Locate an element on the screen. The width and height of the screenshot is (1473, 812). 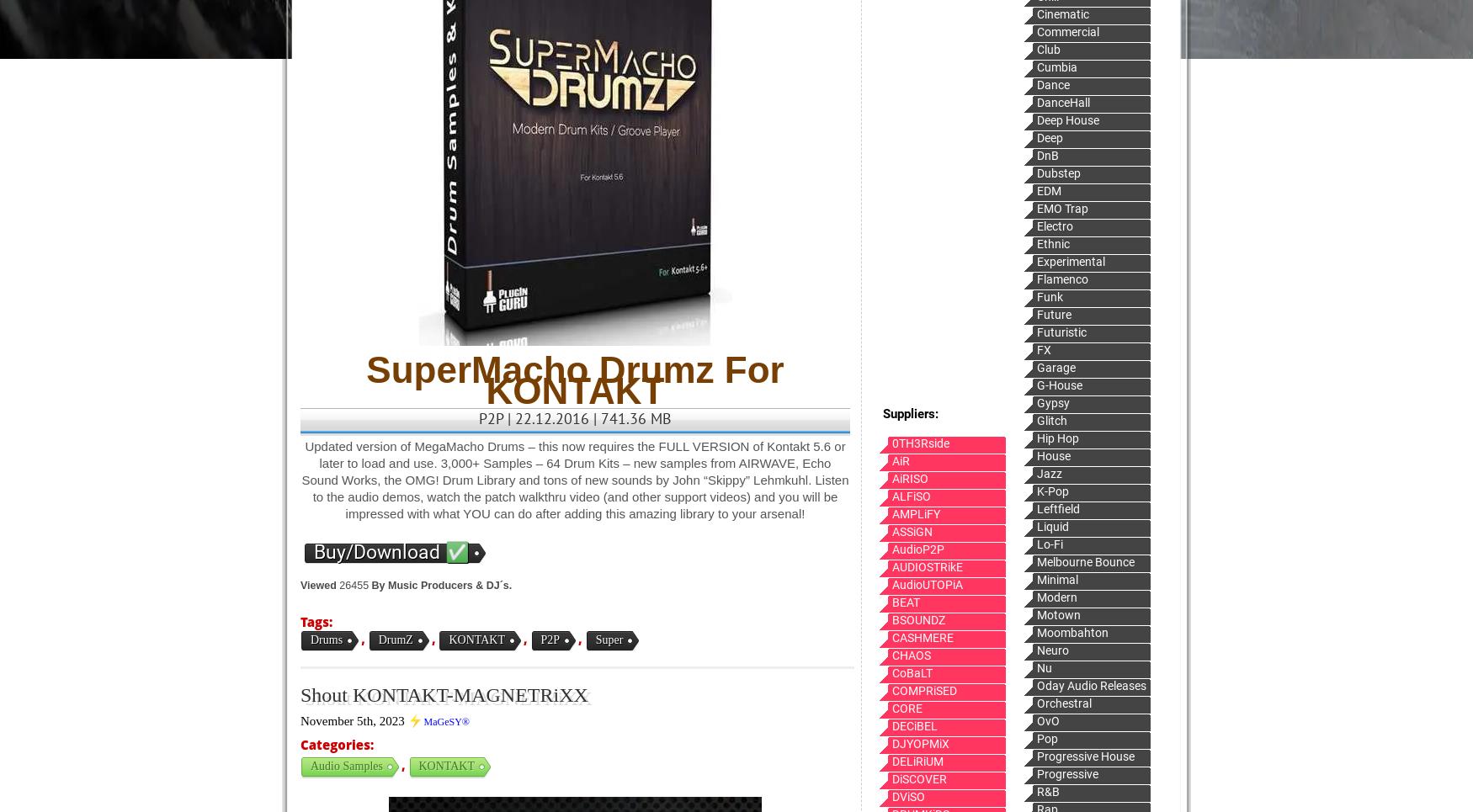
'Viewed' is located at coordinates (317, 584).